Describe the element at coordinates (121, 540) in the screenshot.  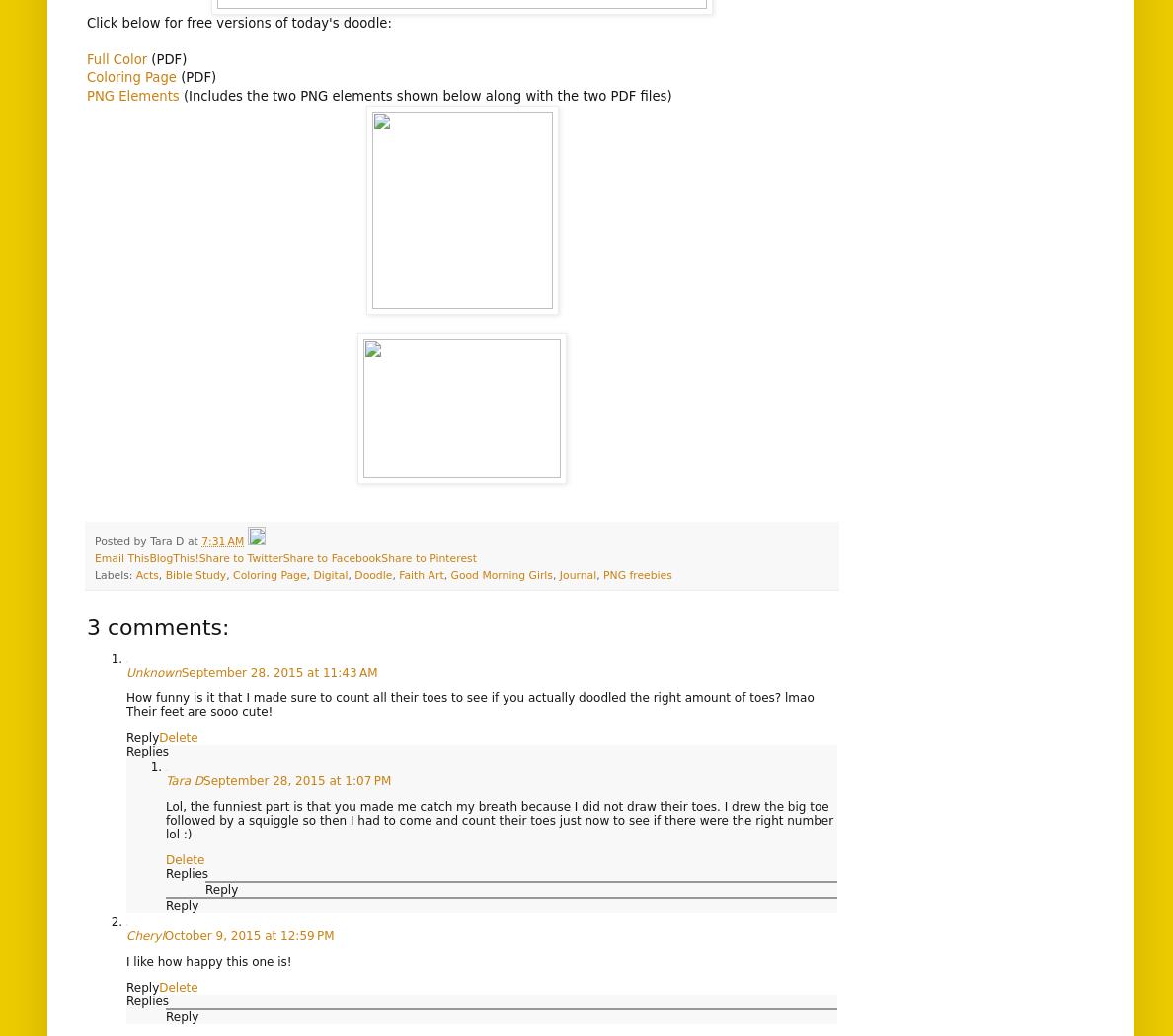
I see `'Posted by'` at that location.